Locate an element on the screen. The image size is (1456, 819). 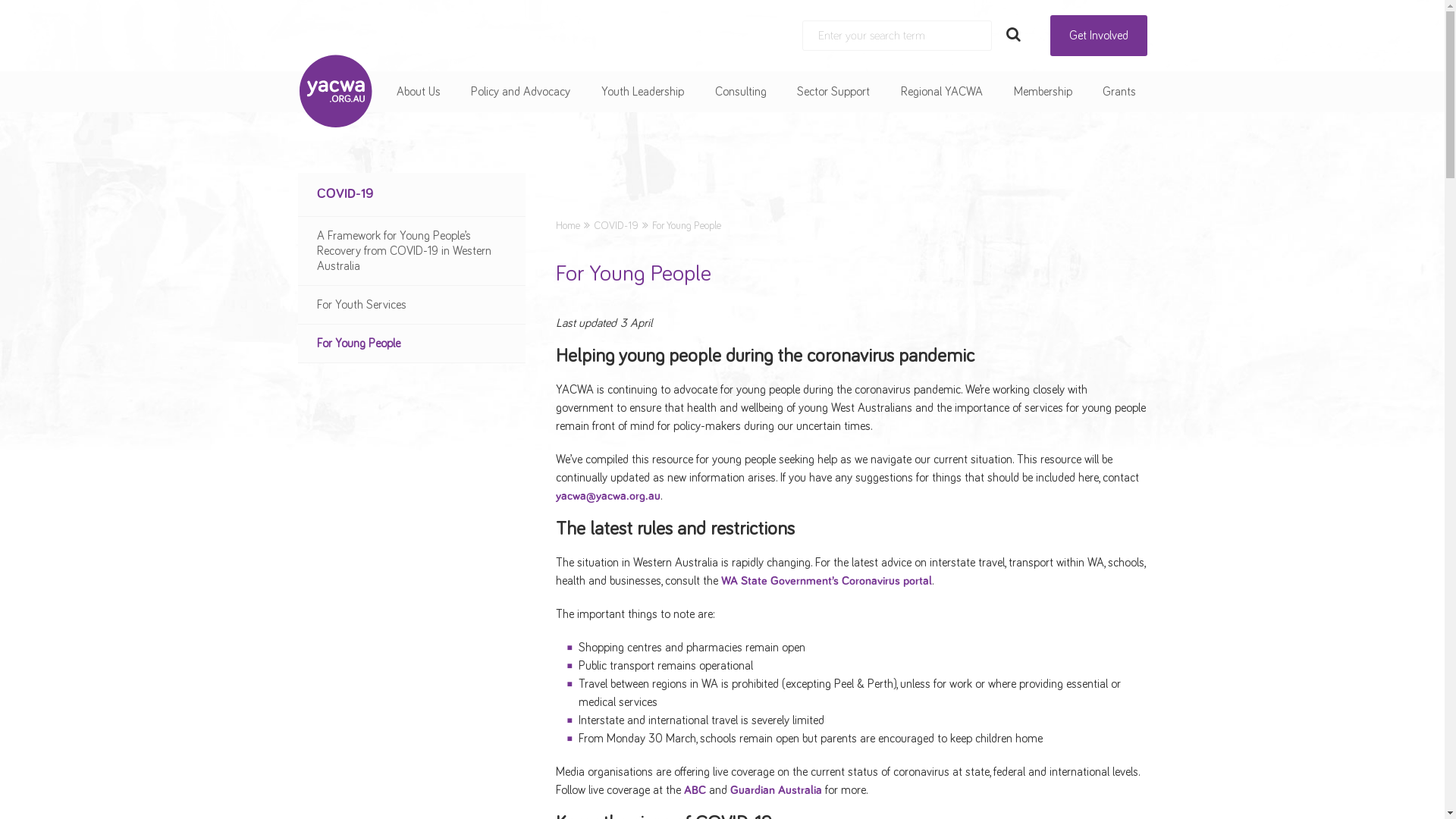
'ABC' is located at coordinates (694, 789).